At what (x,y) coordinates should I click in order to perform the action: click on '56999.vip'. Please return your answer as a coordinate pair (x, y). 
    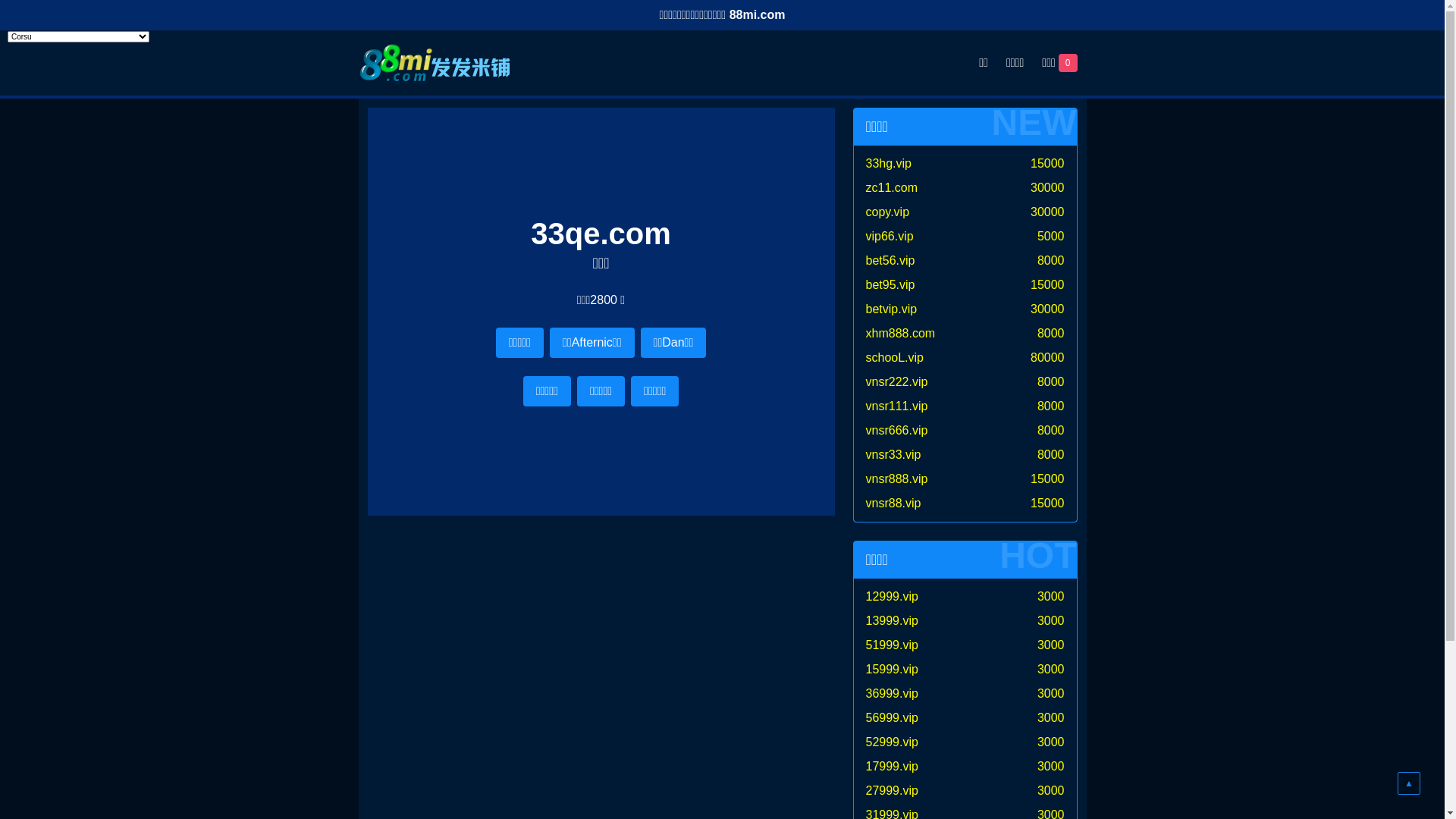
    Looking at the image, I should click on (892, 717).